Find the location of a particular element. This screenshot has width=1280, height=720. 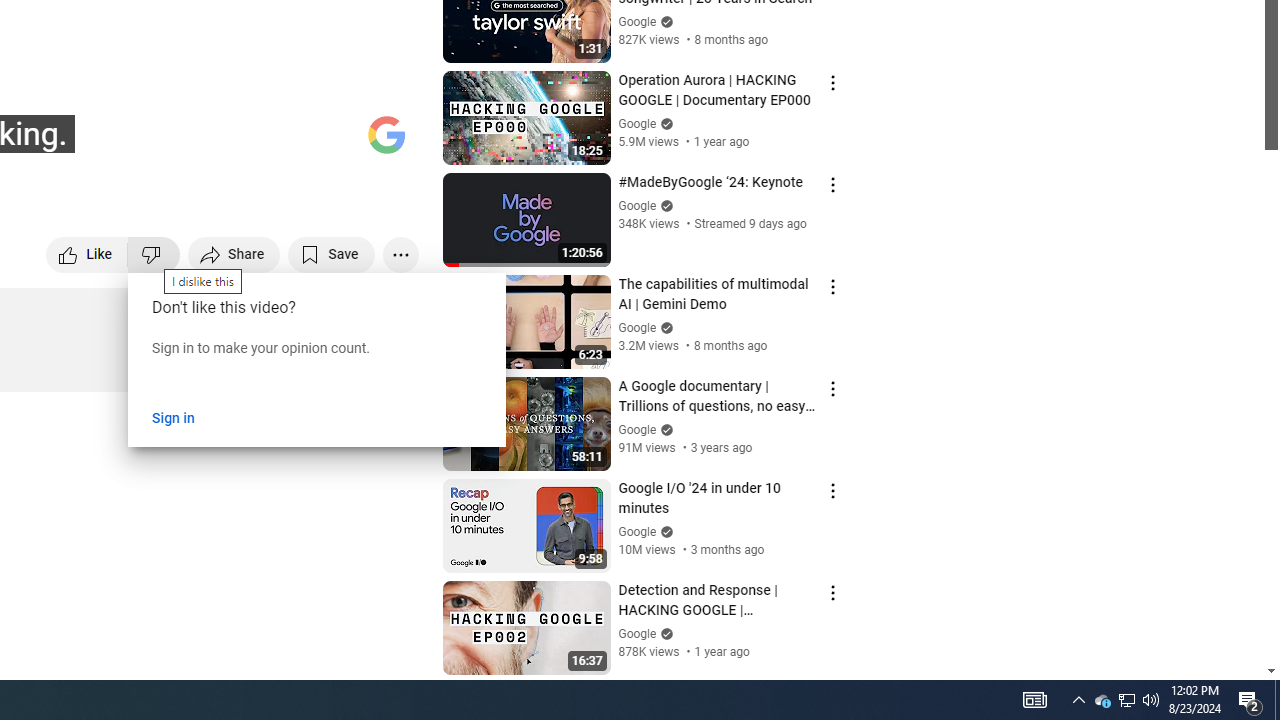

'Share' is located at coordinates (234, 253).